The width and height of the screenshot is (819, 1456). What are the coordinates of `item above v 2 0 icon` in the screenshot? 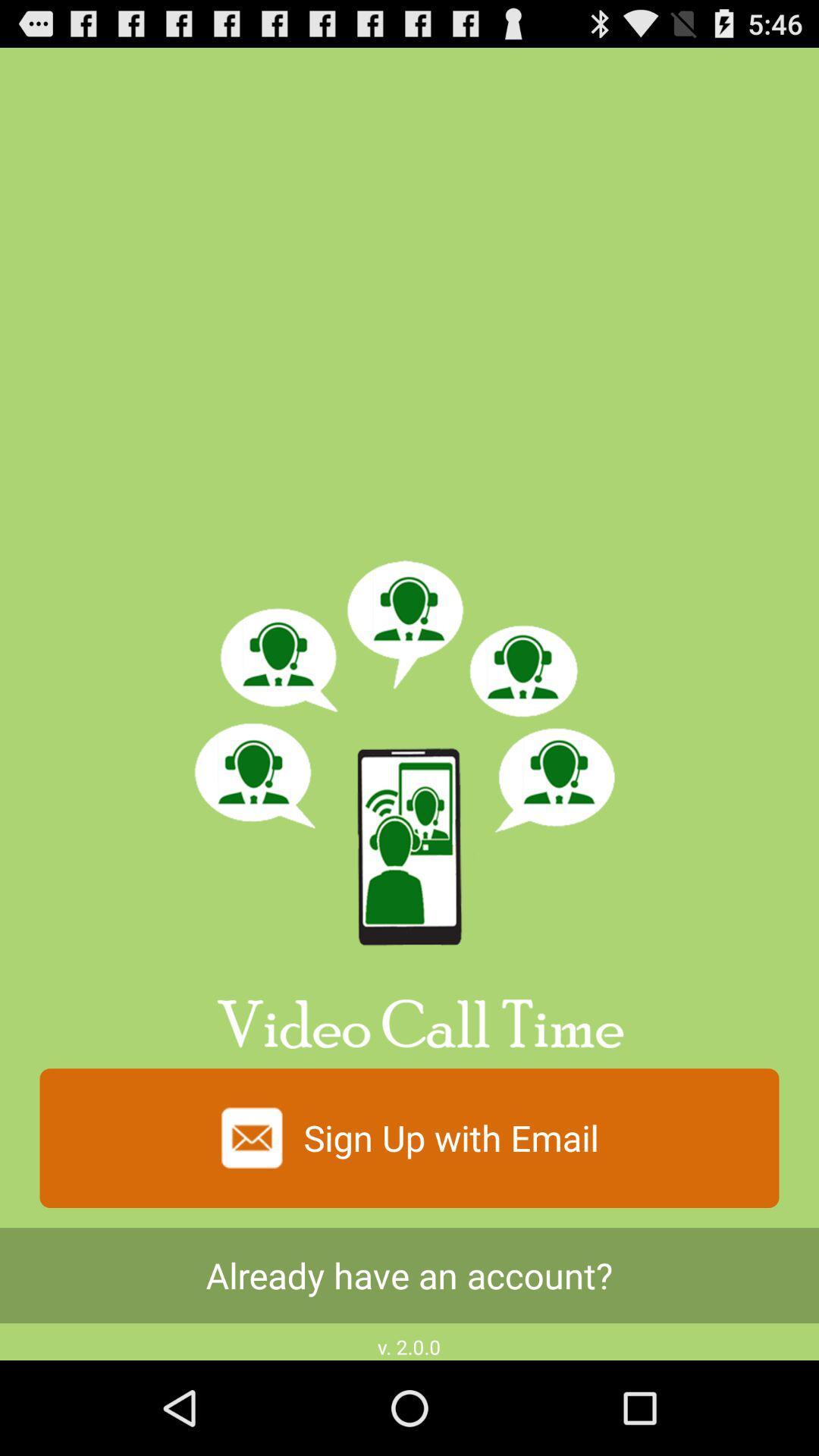 It's located at (409, 1275).